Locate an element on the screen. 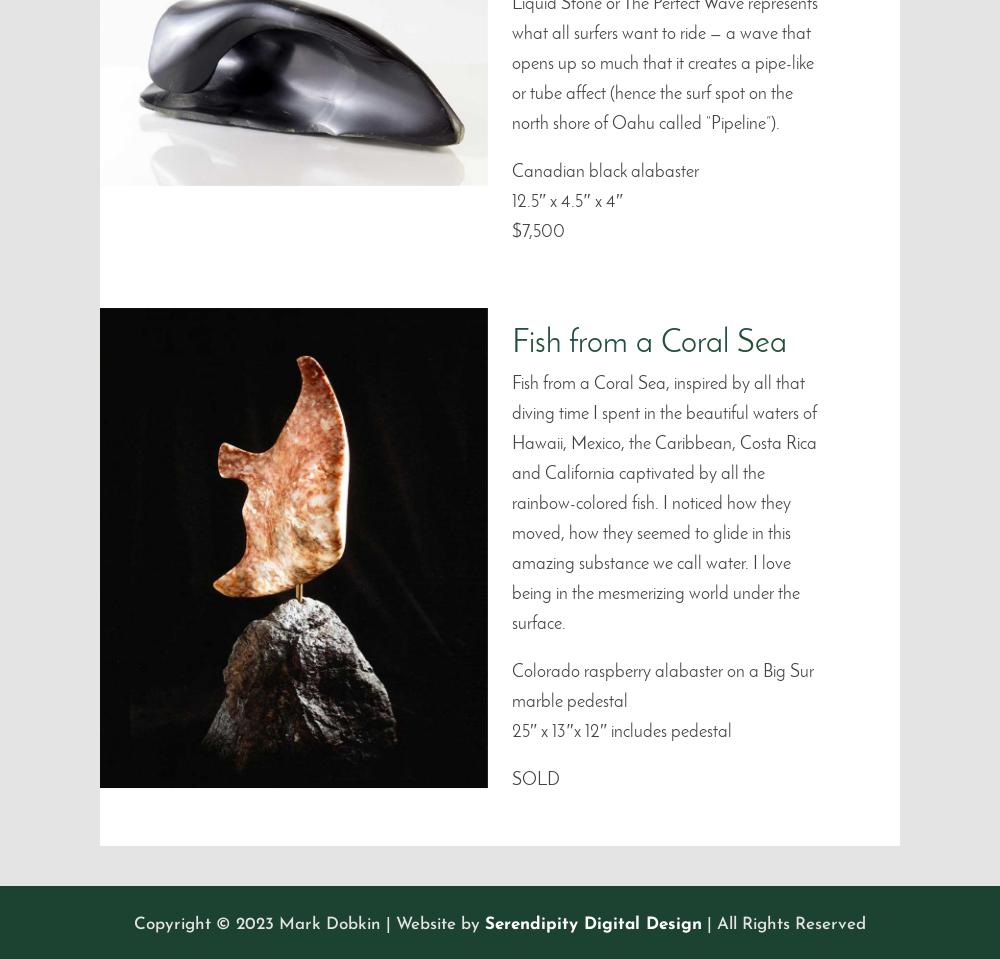  '| All Rights Reserved' is located at coordinates (784, 923).